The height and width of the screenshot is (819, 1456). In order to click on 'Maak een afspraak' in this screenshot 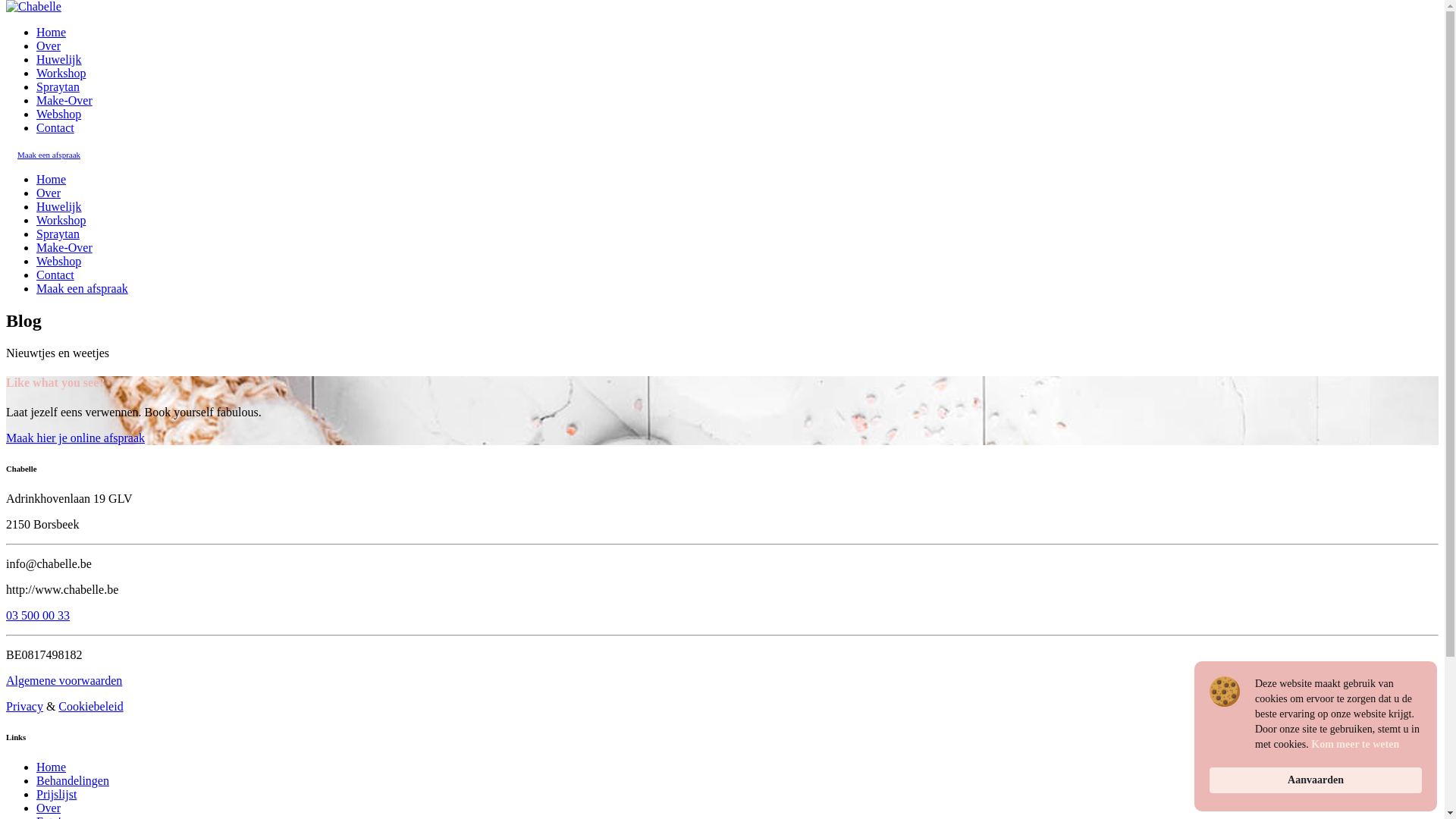, I will do `click(81, 288)`.